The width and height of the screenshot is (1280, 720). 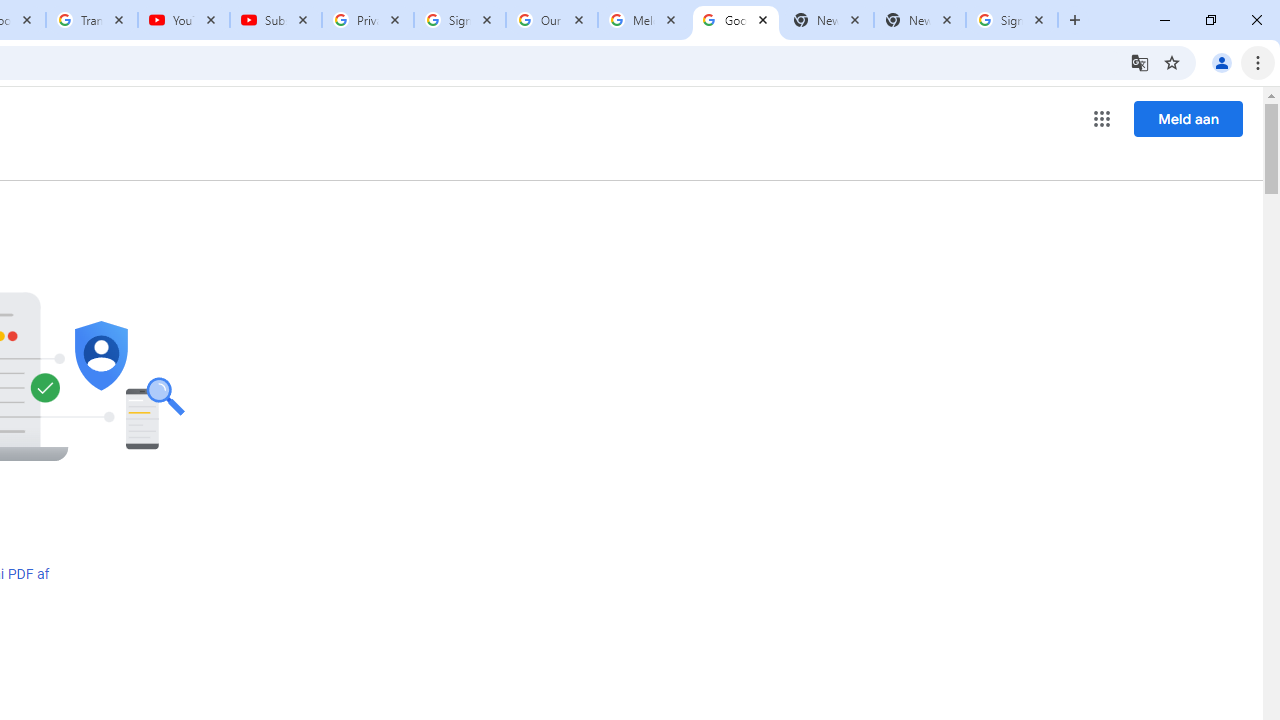 I want to click on 'Translate this page', so click(x=1139, y=61).